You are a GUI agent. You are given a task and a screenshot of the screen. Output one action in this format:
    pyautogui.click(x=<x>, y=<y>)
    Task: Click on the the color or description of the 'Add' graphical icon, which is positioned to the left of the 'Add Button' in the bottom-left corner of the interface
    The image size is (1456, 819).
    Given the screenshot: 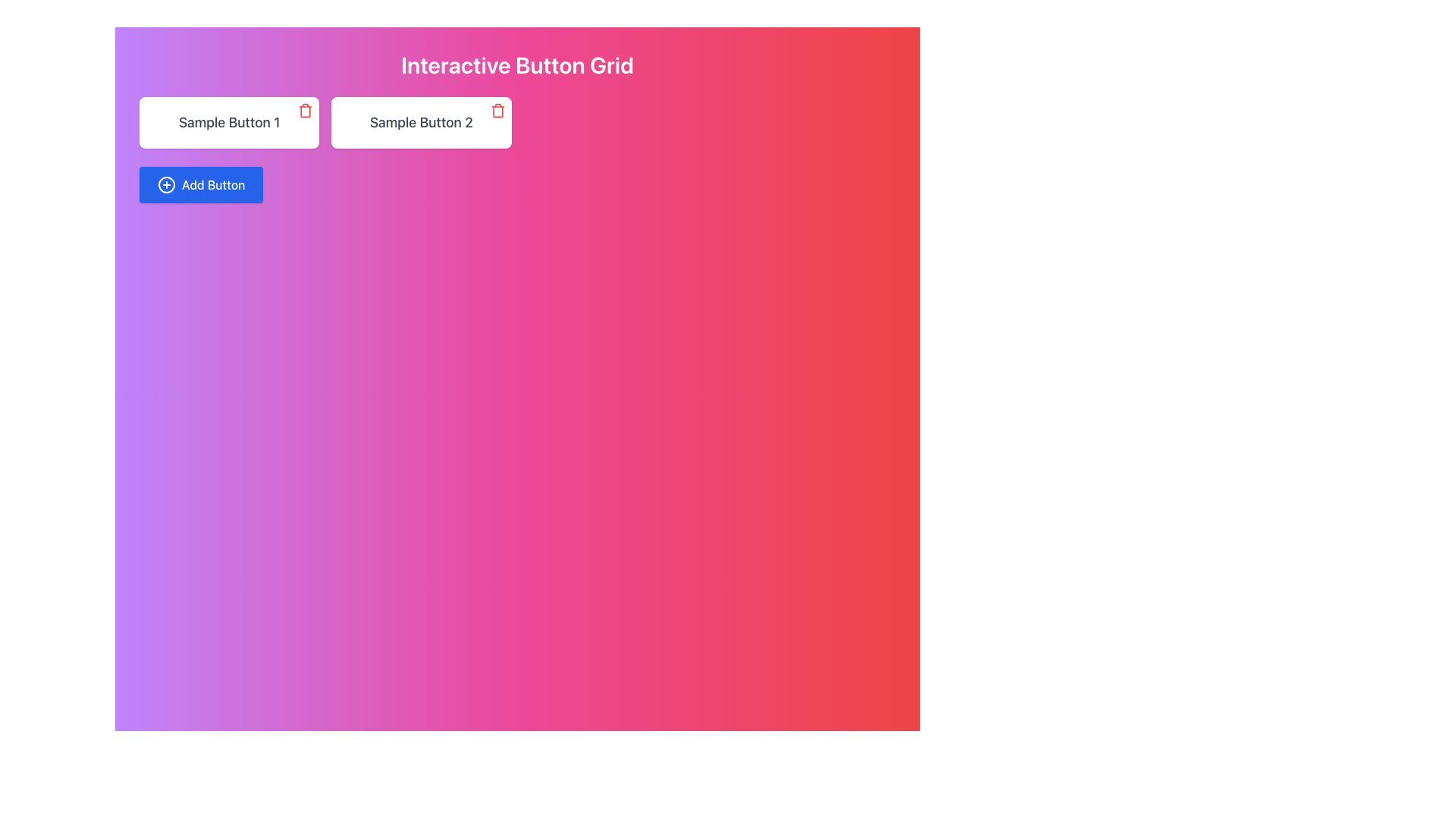 What is the action you would take?
    pyautogui.click(x=167, y=184)
    